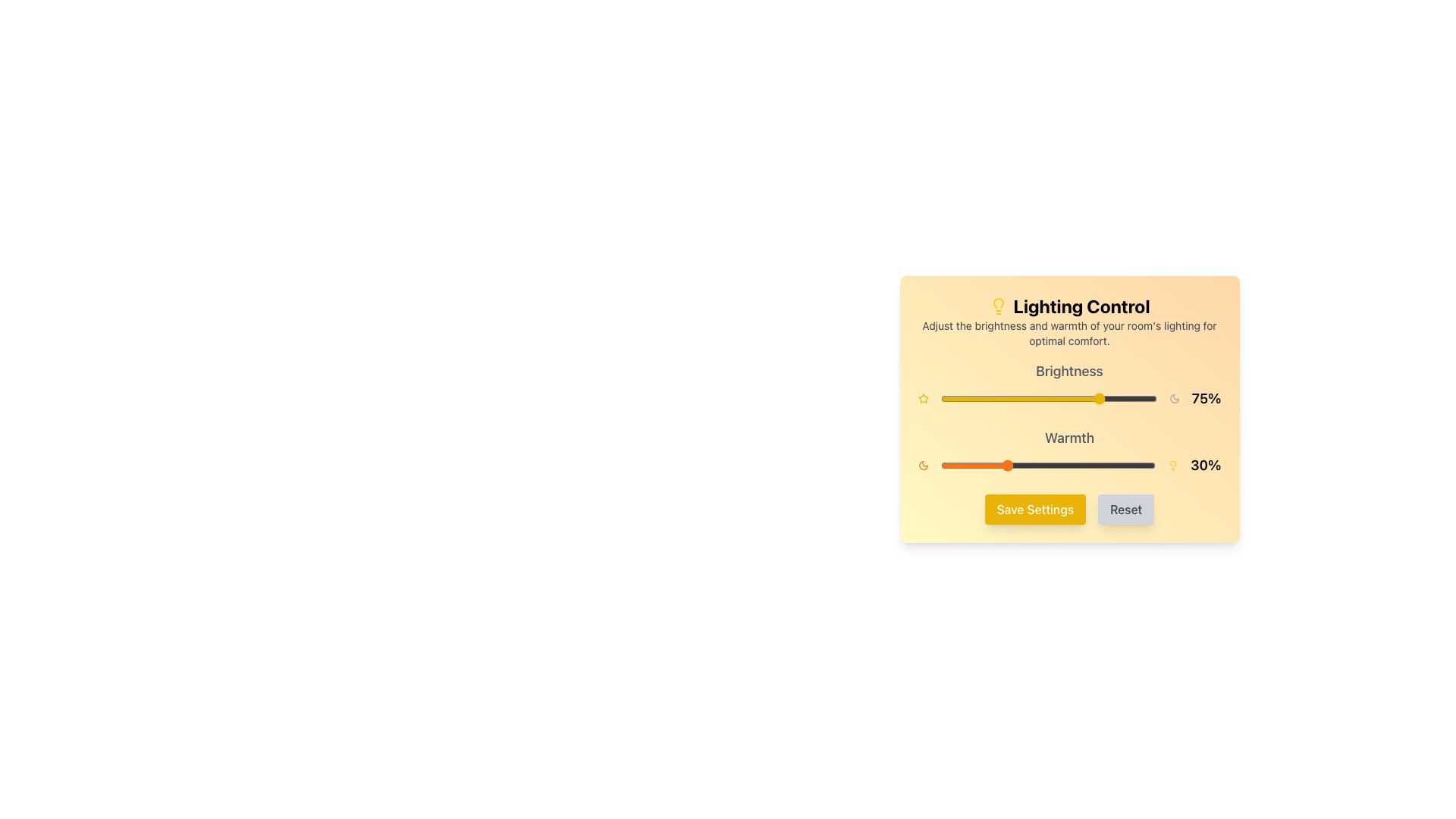  What do you see at coordinates (1068, 371) in the screenshot?
I see `the Static Text that labels the slider below it, positioned above the '75%' slider in the lighting adjustment section` at bounding box center [1068, 371].